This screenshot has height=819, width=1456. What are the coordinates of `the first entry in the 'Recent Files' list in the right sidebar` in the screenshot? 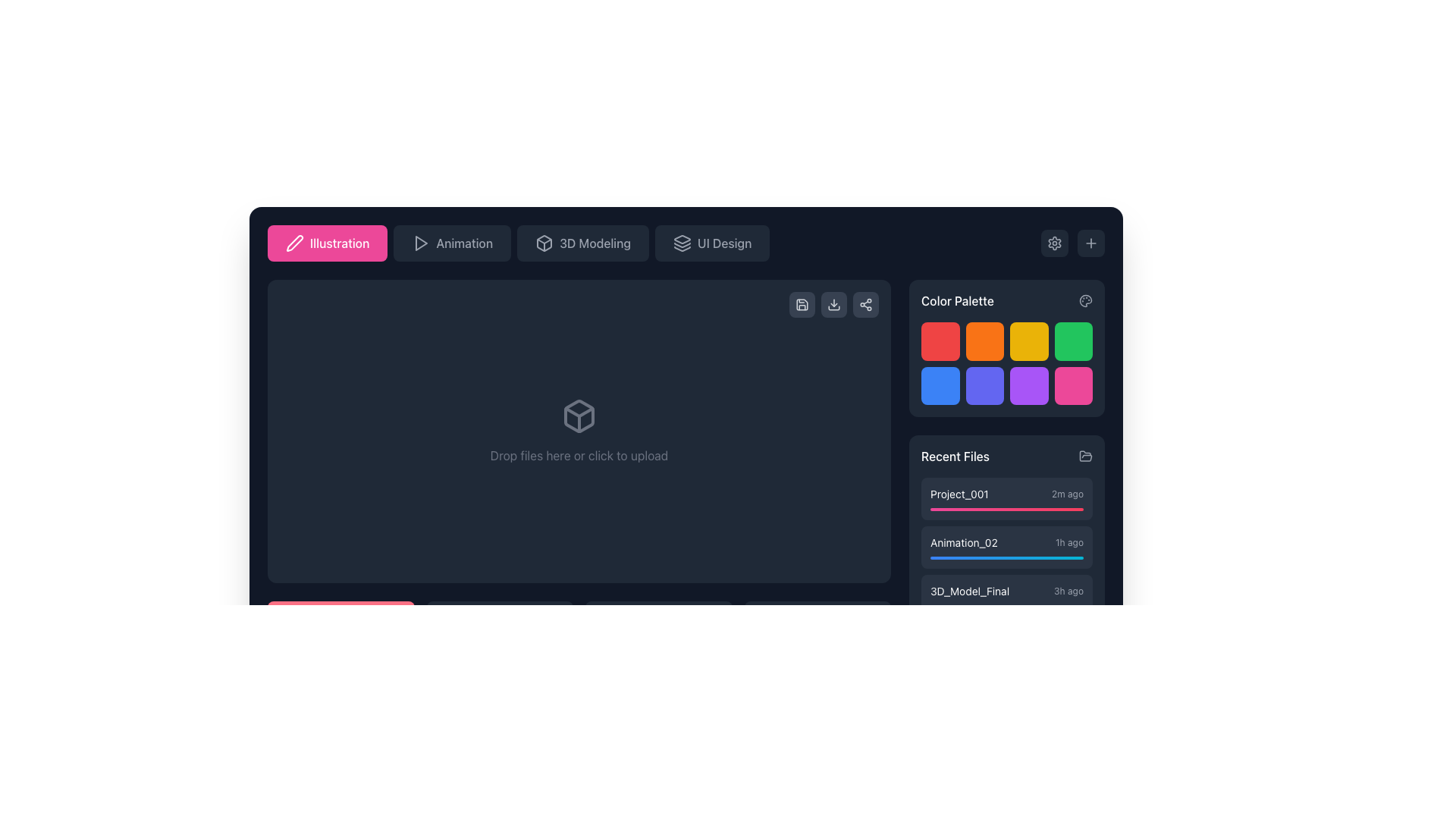 It's located at (1007, 499).